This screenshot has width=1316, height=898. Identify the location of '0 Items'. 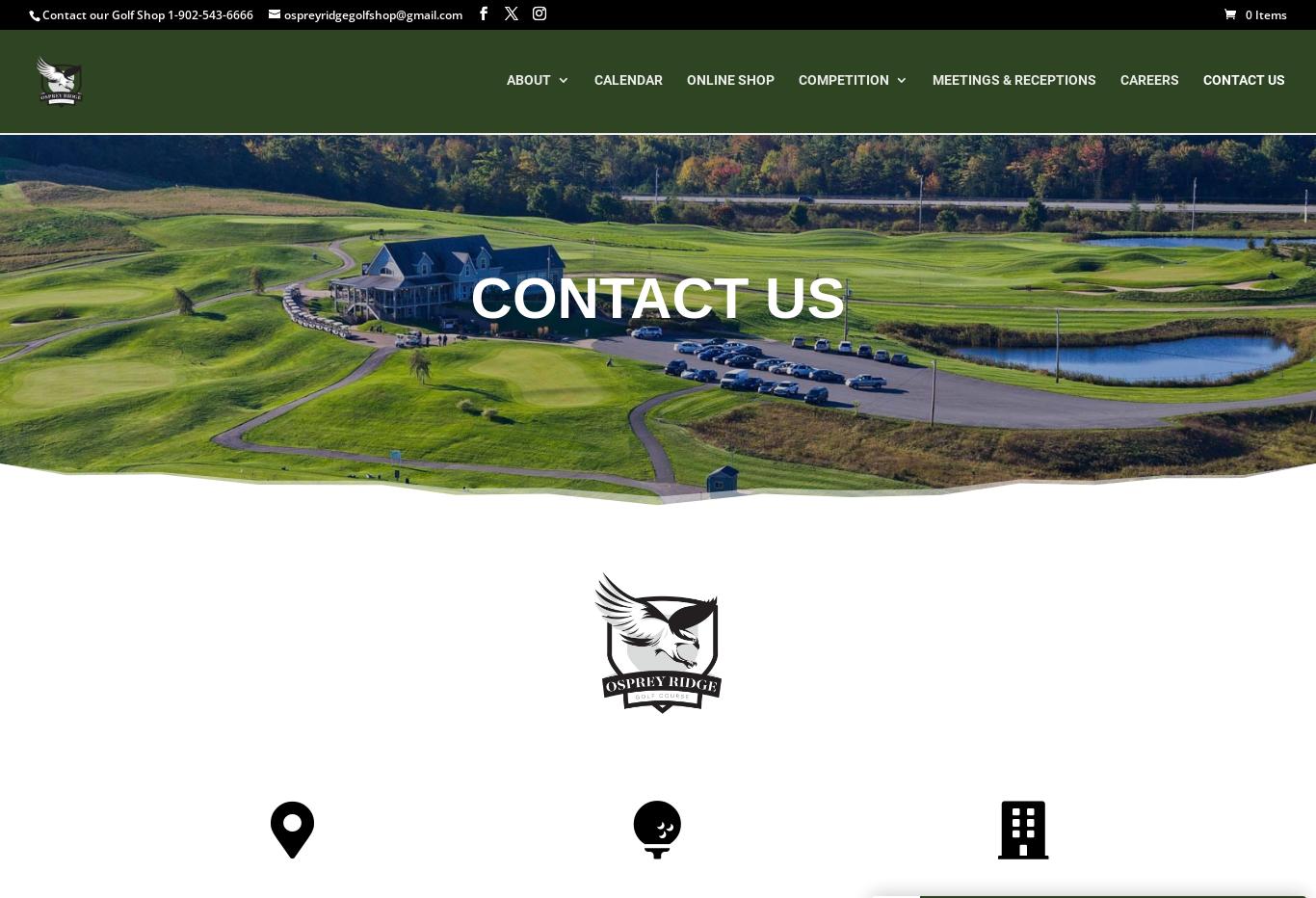
(1265, 13).